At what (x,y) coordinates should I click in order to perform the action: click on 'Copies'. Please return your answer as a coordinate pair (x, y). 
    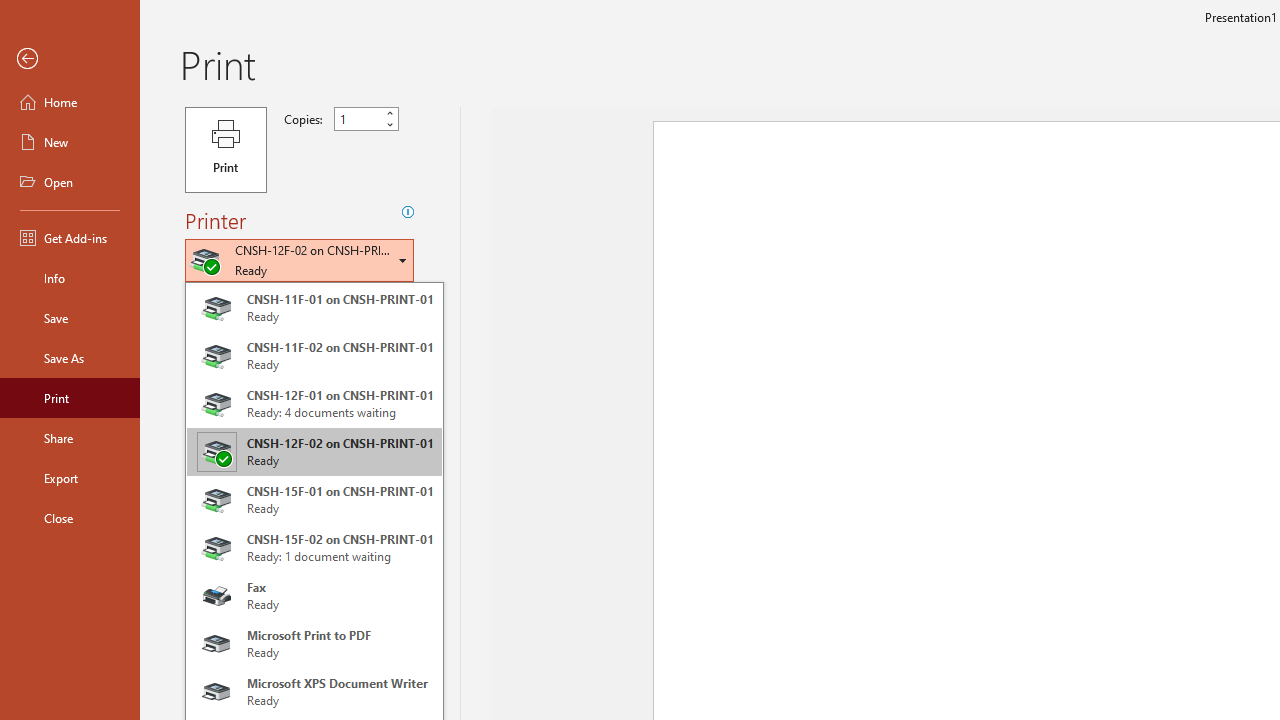
    Looking at the image, I should click on (358, 119).